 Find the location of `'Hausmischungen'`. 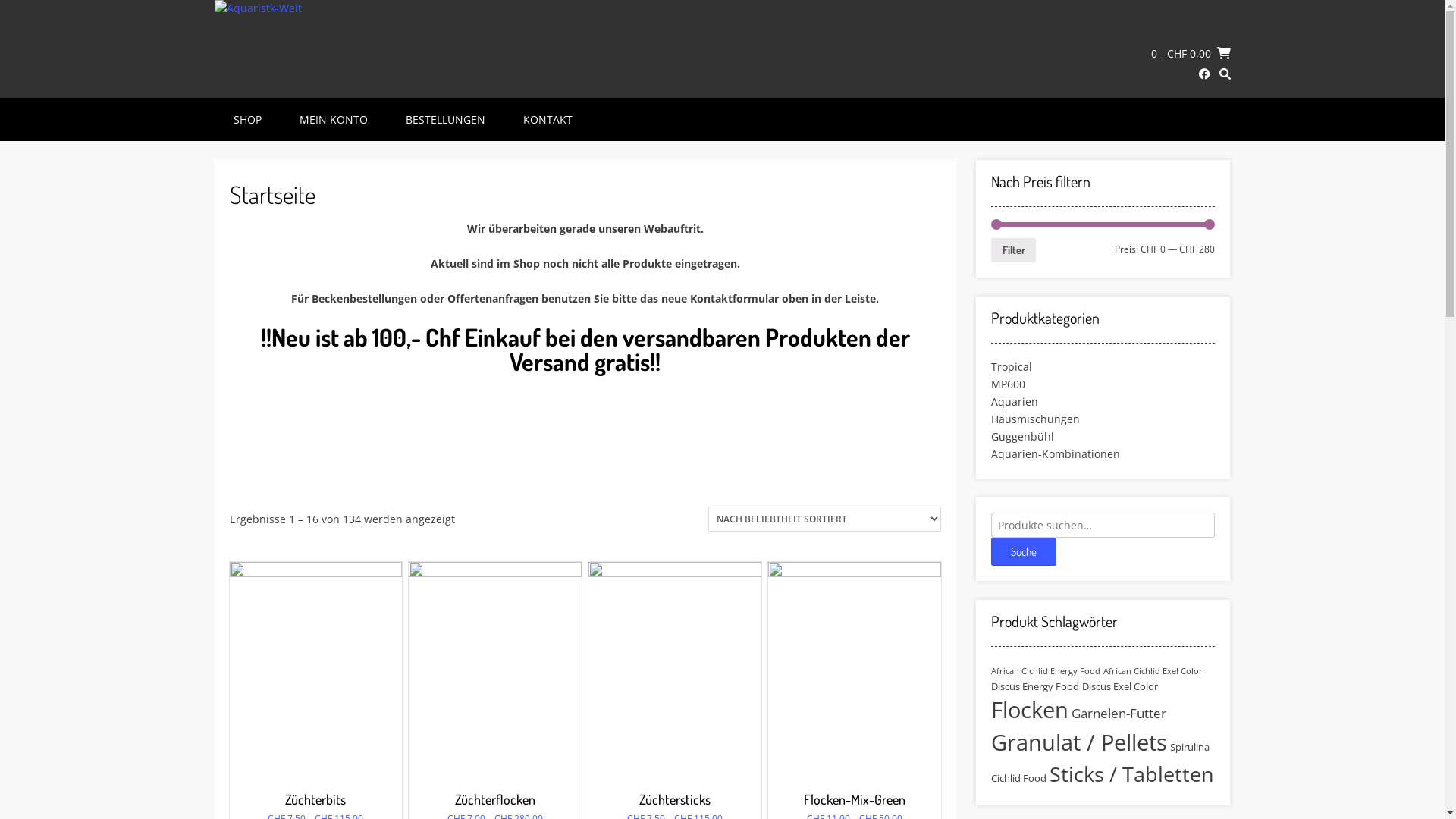

'Hausmischungen' is located at coordinates (1034, 418).